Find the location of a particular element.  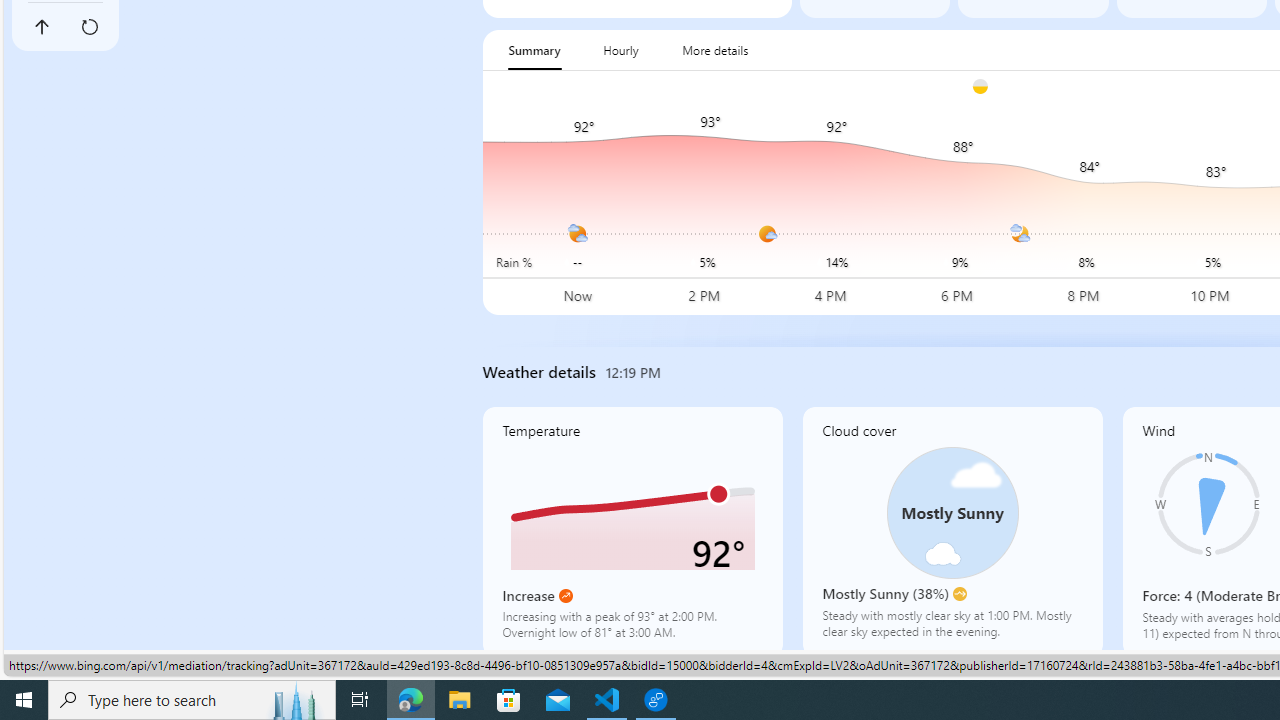

'More details' is located at coordinates (715, 49).